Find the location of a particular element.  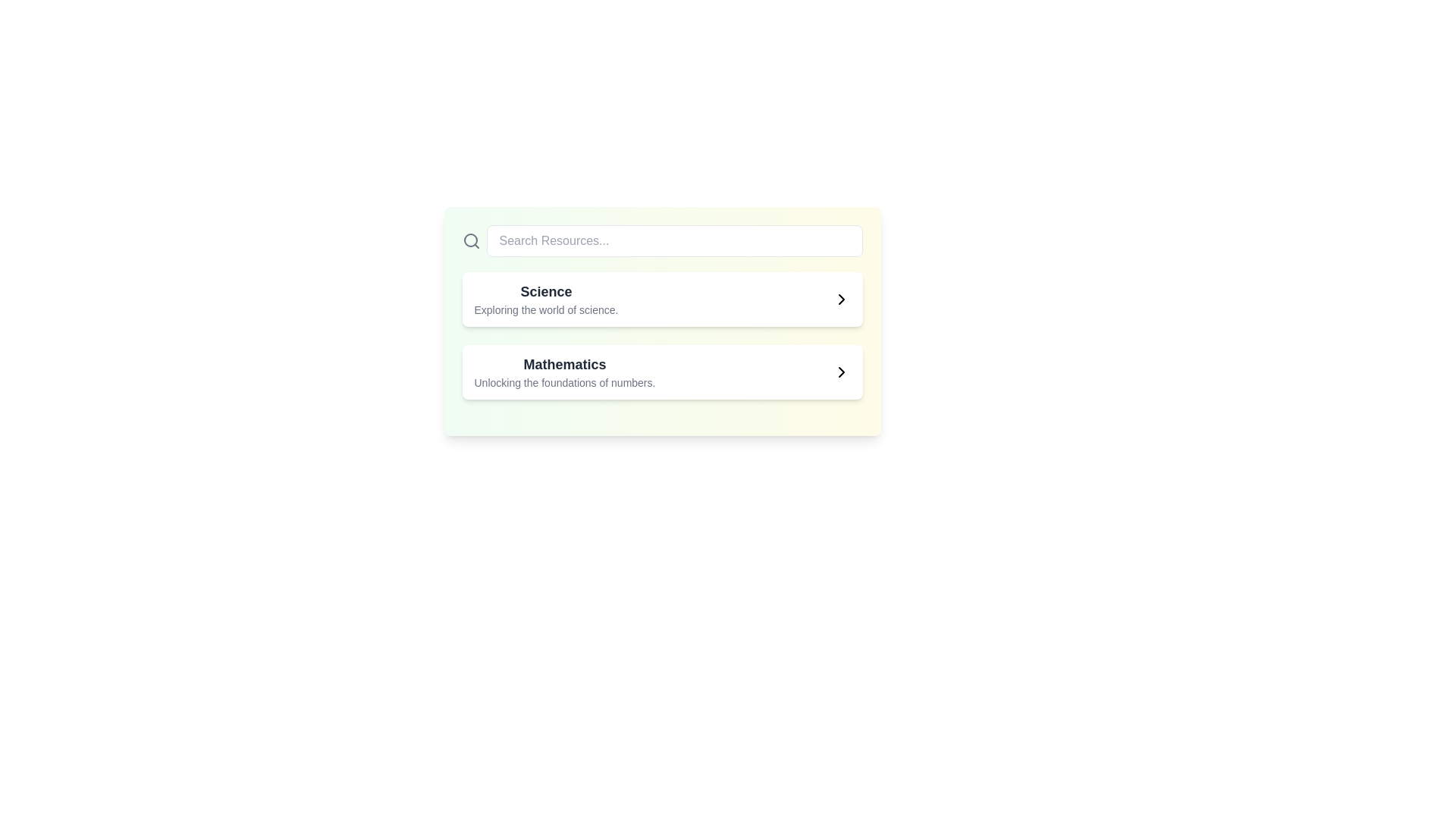

the search icon located at the leftmost side of the row layout above the main content area is located at coordinates (470, 240).